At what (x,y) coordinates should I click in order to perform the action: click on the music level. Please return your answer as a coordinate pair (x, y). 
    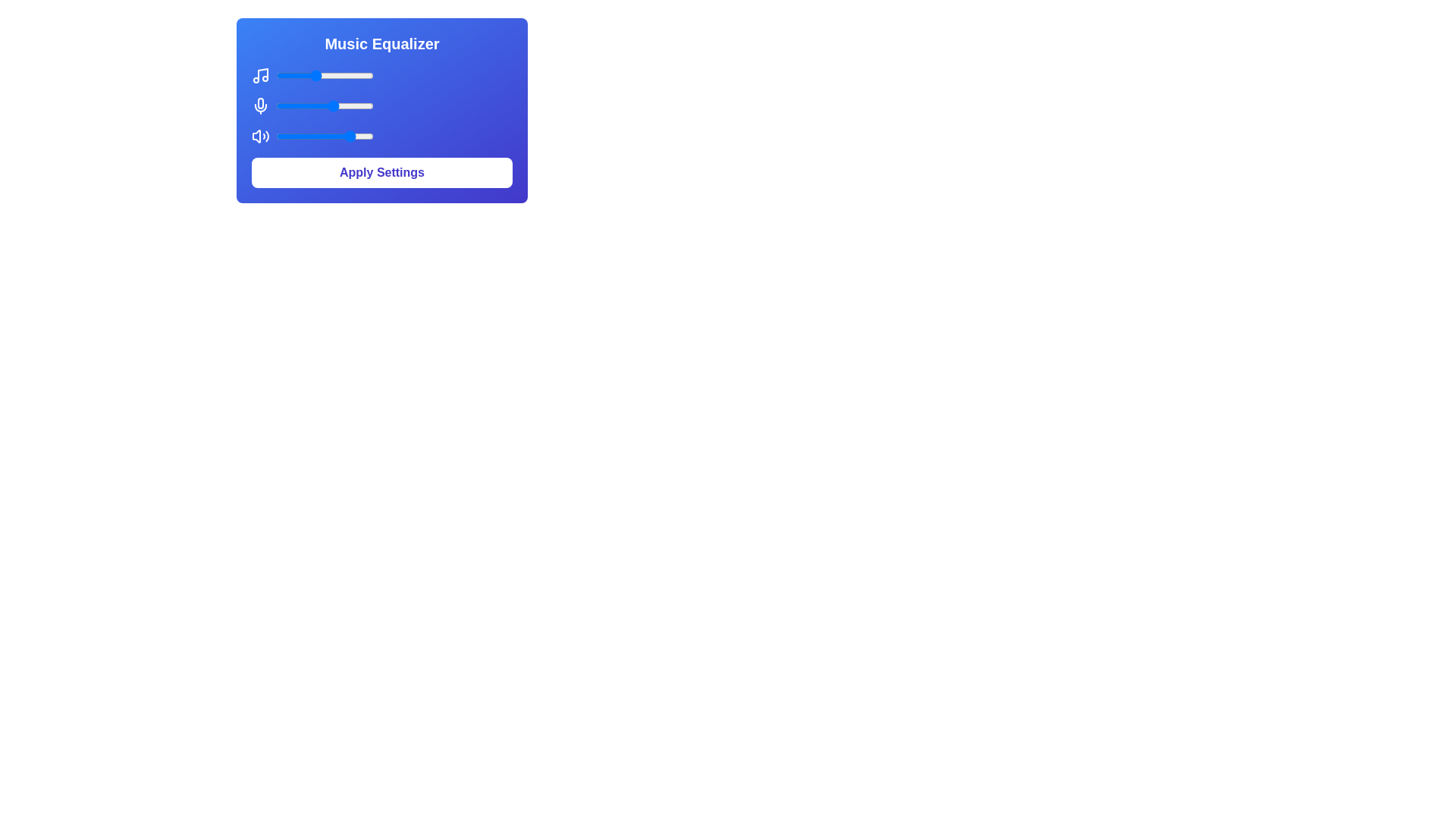
    Looking at the image, I should click on (293, 76).